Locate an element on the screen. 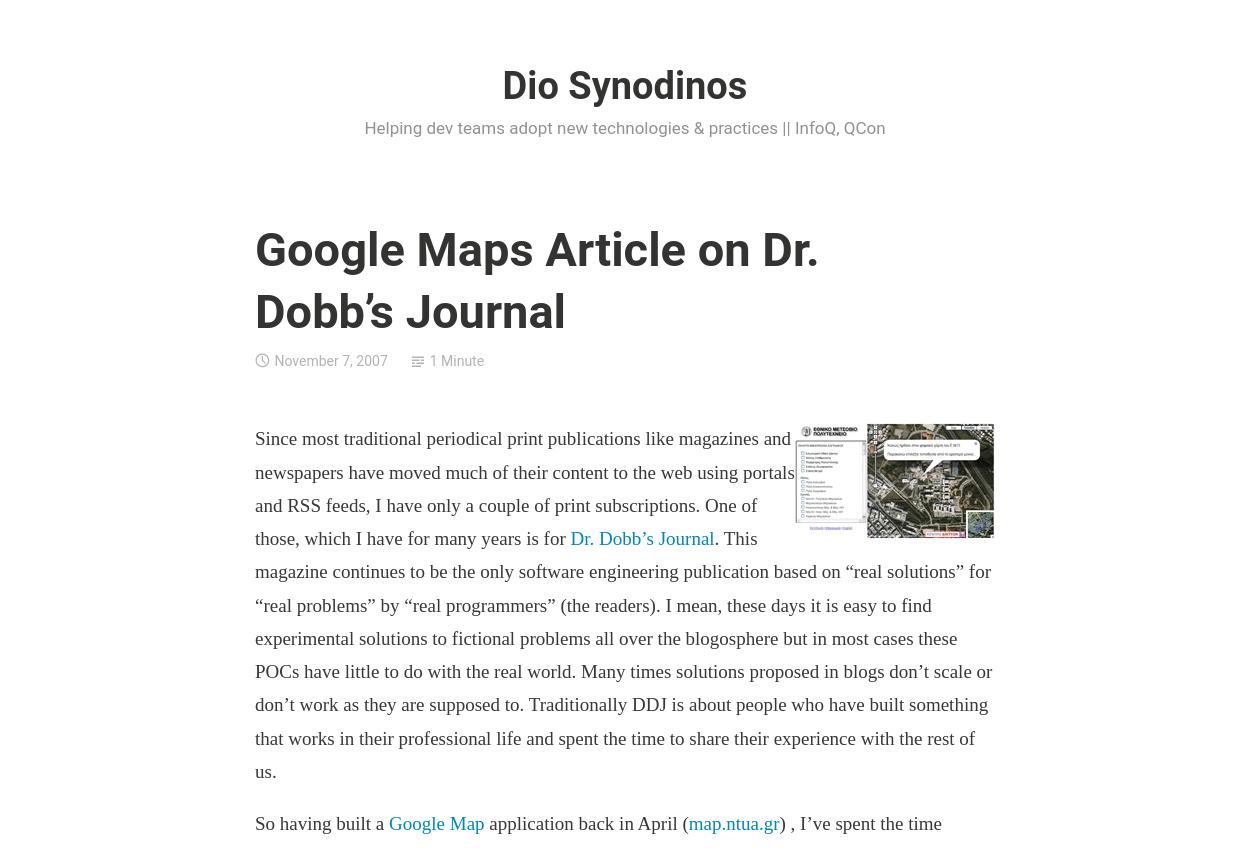  'Dio Synodinos' is located at coordinates (623, 85).